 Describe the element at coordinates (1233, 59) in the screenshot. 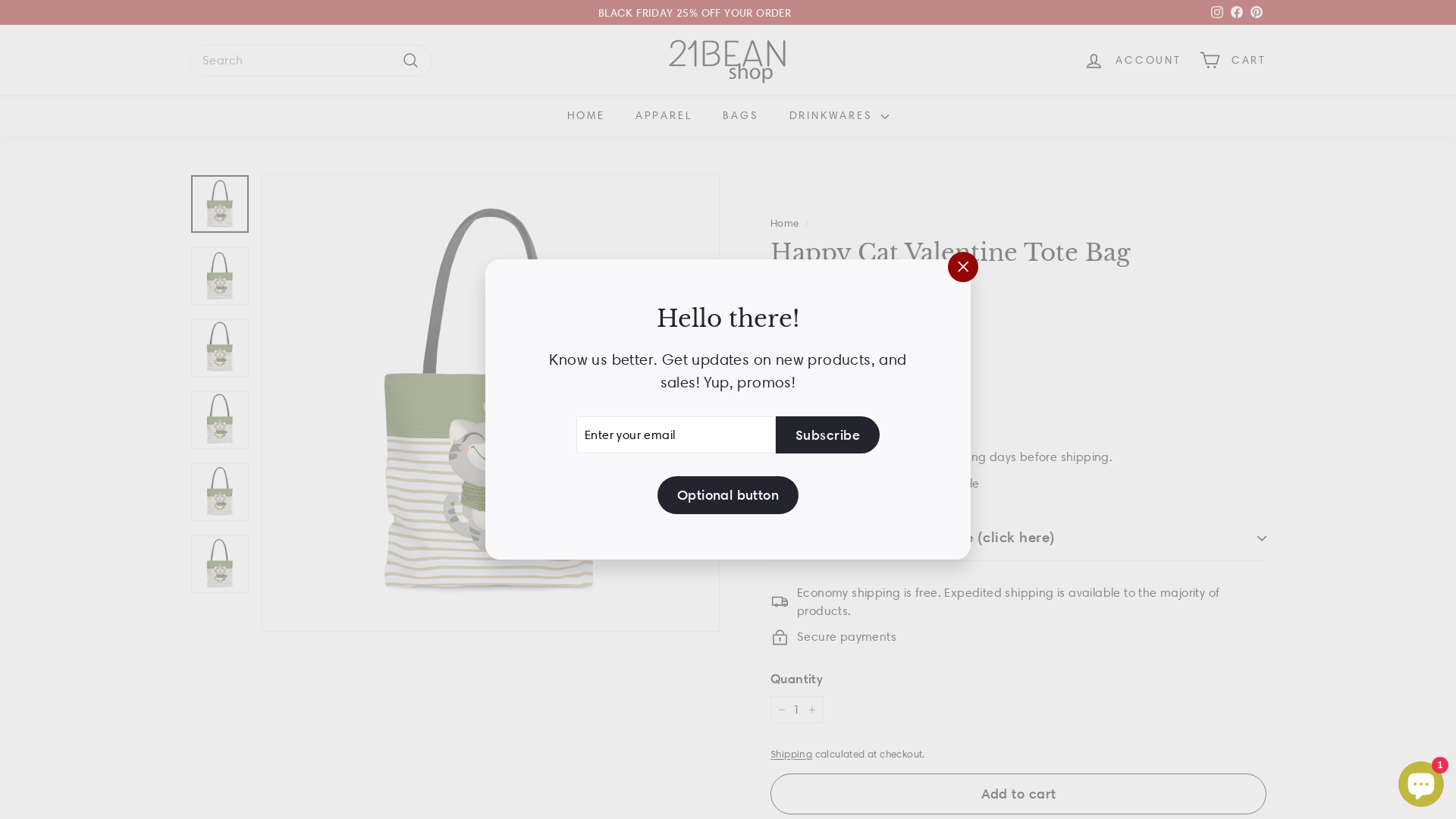

I see `'CART'` at that location.